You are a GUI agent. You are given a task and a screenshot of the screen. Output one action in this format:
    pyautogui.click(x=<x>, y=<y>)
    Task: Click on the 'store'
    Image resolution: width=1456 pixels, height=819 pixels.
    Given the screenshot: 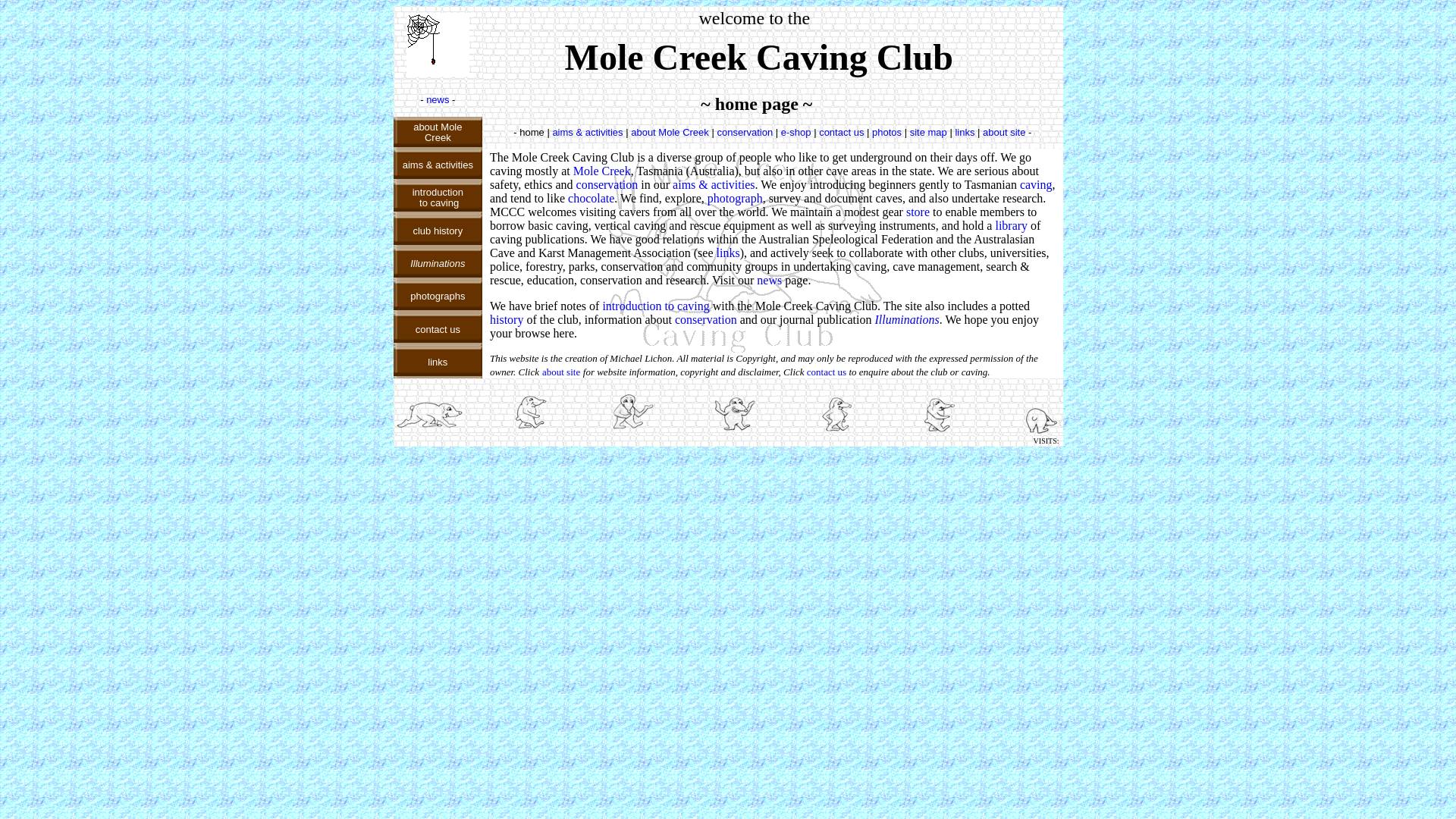 What is the action you would take?
    pyautogui.click(x=917, y=212)
    